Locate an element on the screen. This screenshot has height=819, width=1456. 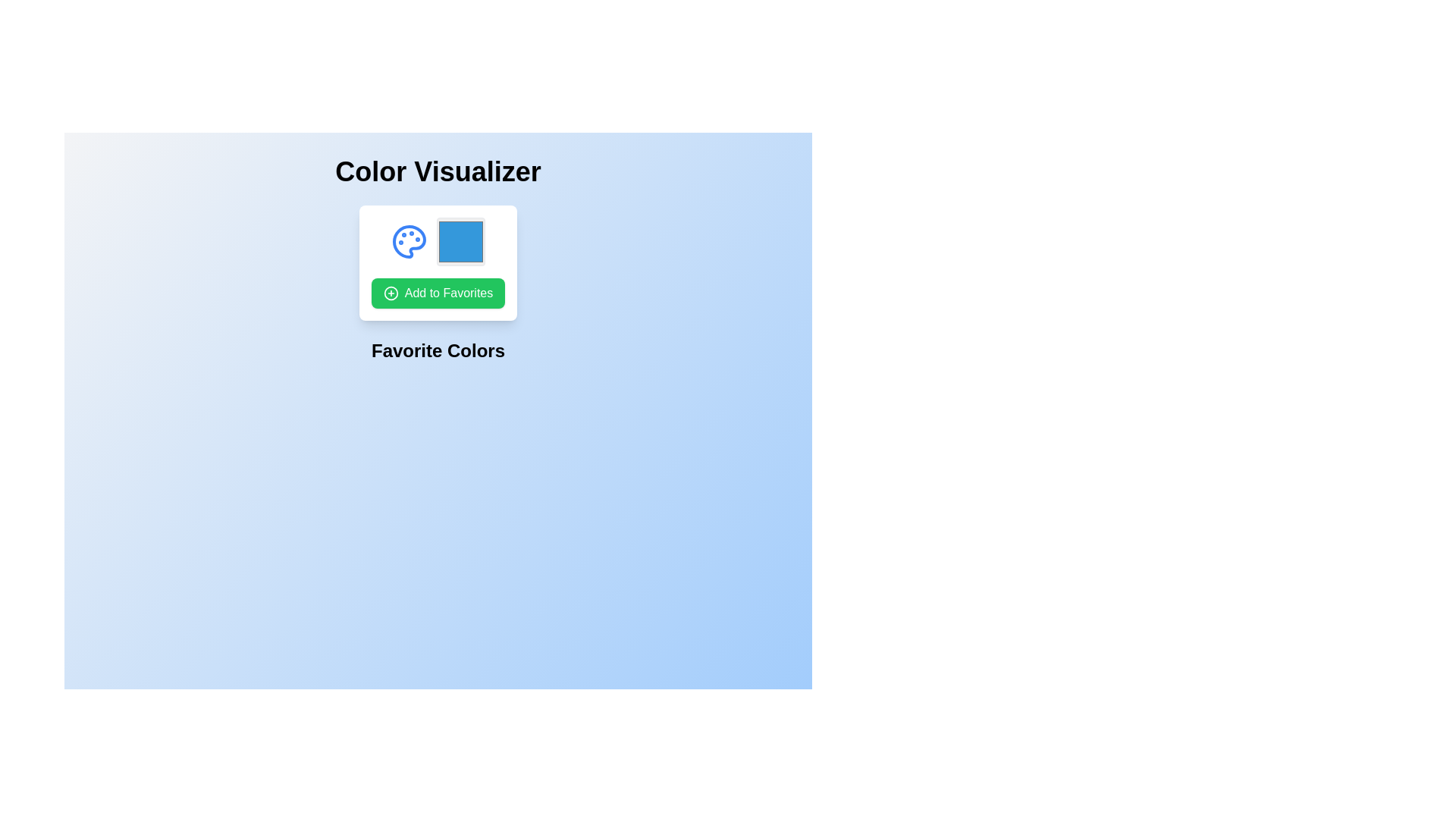
the color/design icon located at the far left of its group to interact with its associated functionalities is located at coordinates (409, 241).